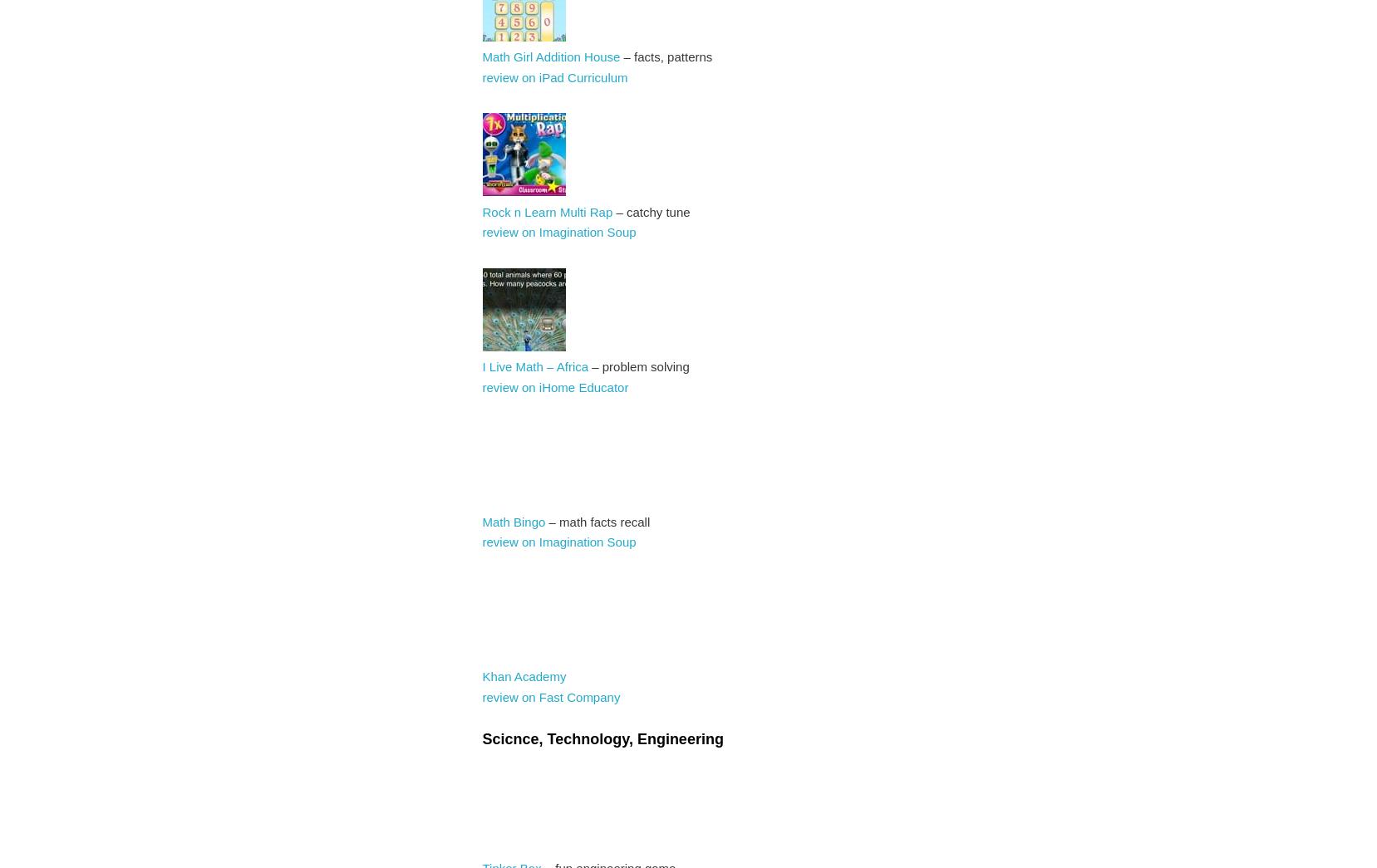 The height and width of the screenshot is (868, 1377). Describe the element at coordinates (514, 520) in the screenshot. I see `'Math Bingo'` at that location.